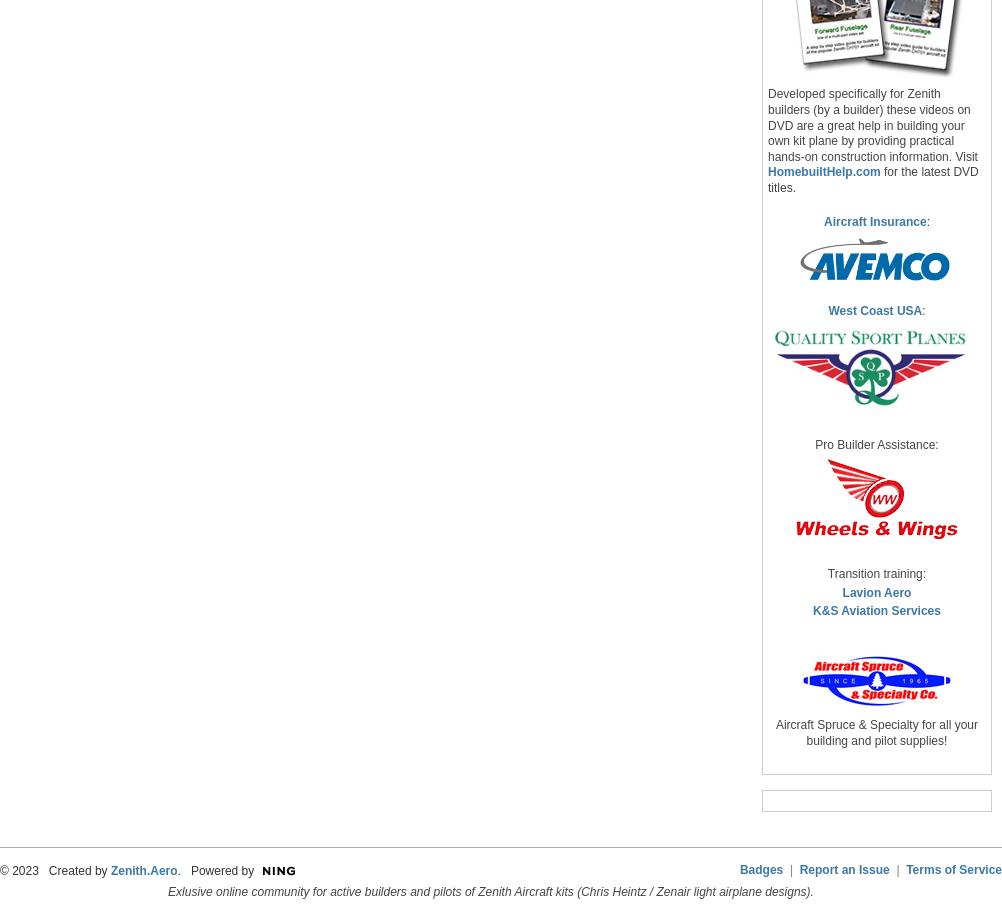 The image size is (1002, 915). What do you see at coordinates (774, 732) in the screenshot?
I see `'Aircraft Spruce & Specialty for all your building and pilot supplies!'` at bounding box center [774, 732].